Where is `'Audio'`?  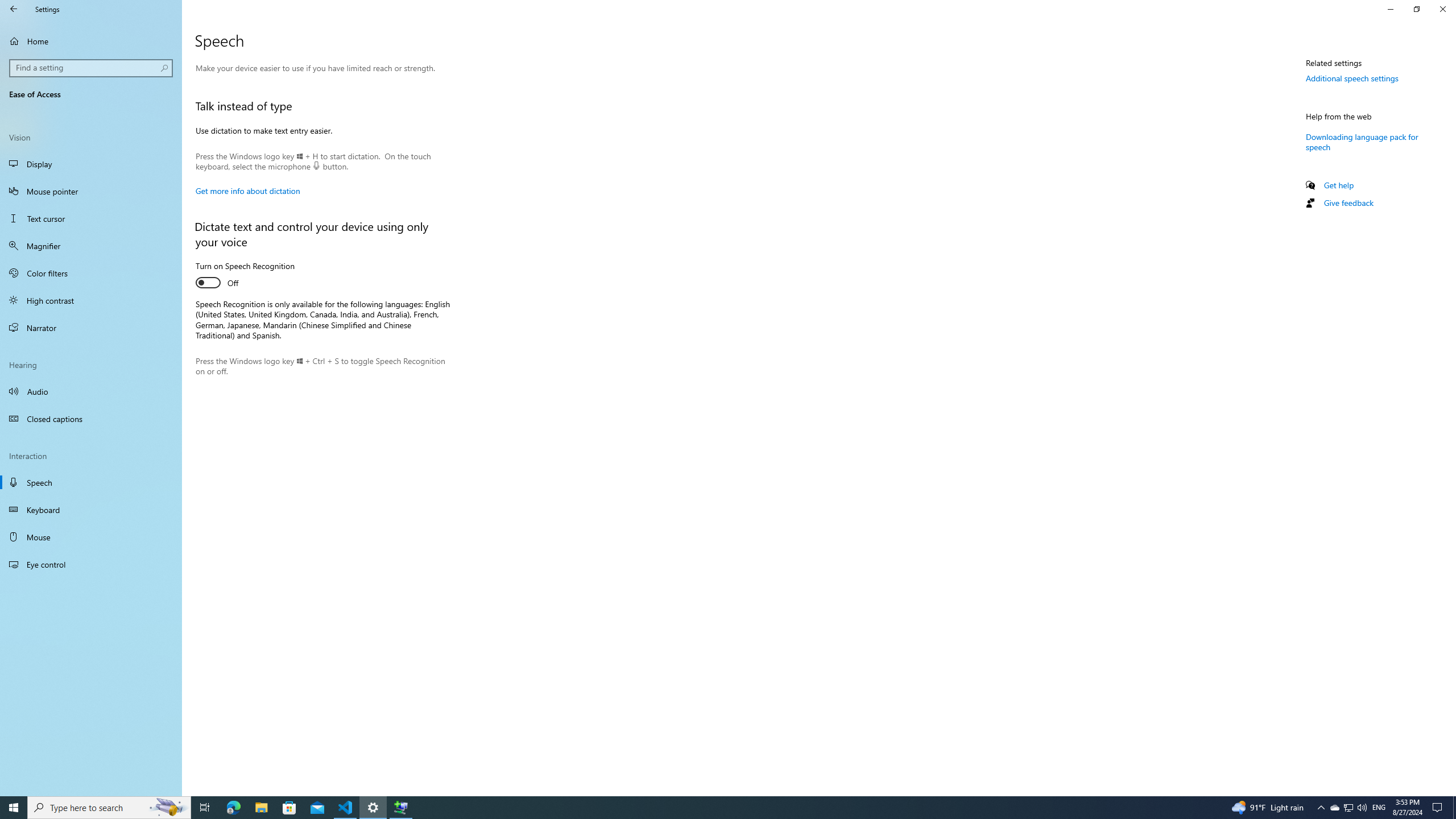
'Audio' is located at coordinates (90, 390).